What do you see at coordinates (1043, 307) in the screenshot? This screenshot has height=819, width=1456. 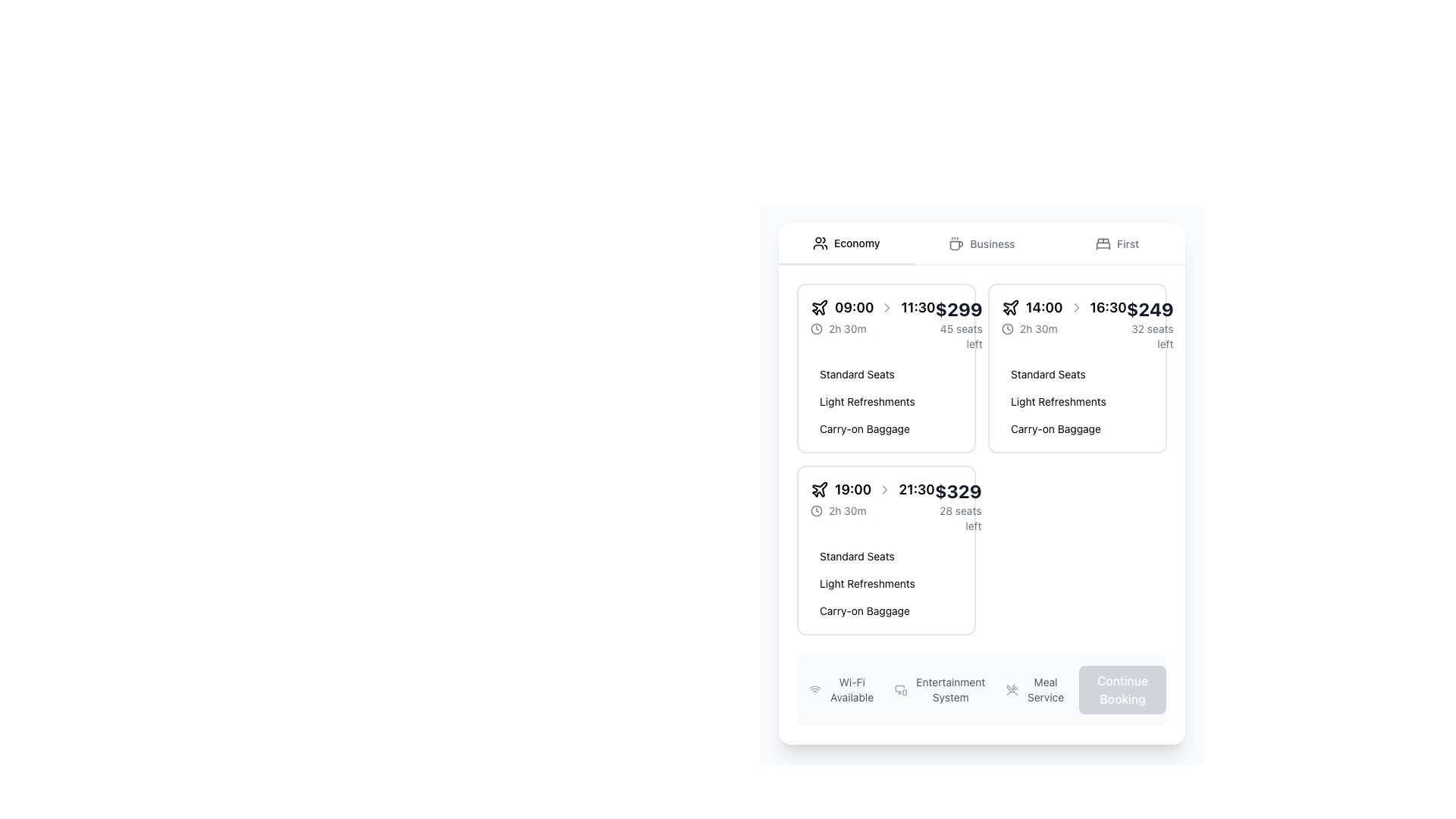 I see `text of the text label displaying '14:00' in a bold and serif-styled font, which is part of a time range indicator located in the top-right quadrant of the interface` at bounding box center [1043, 307].